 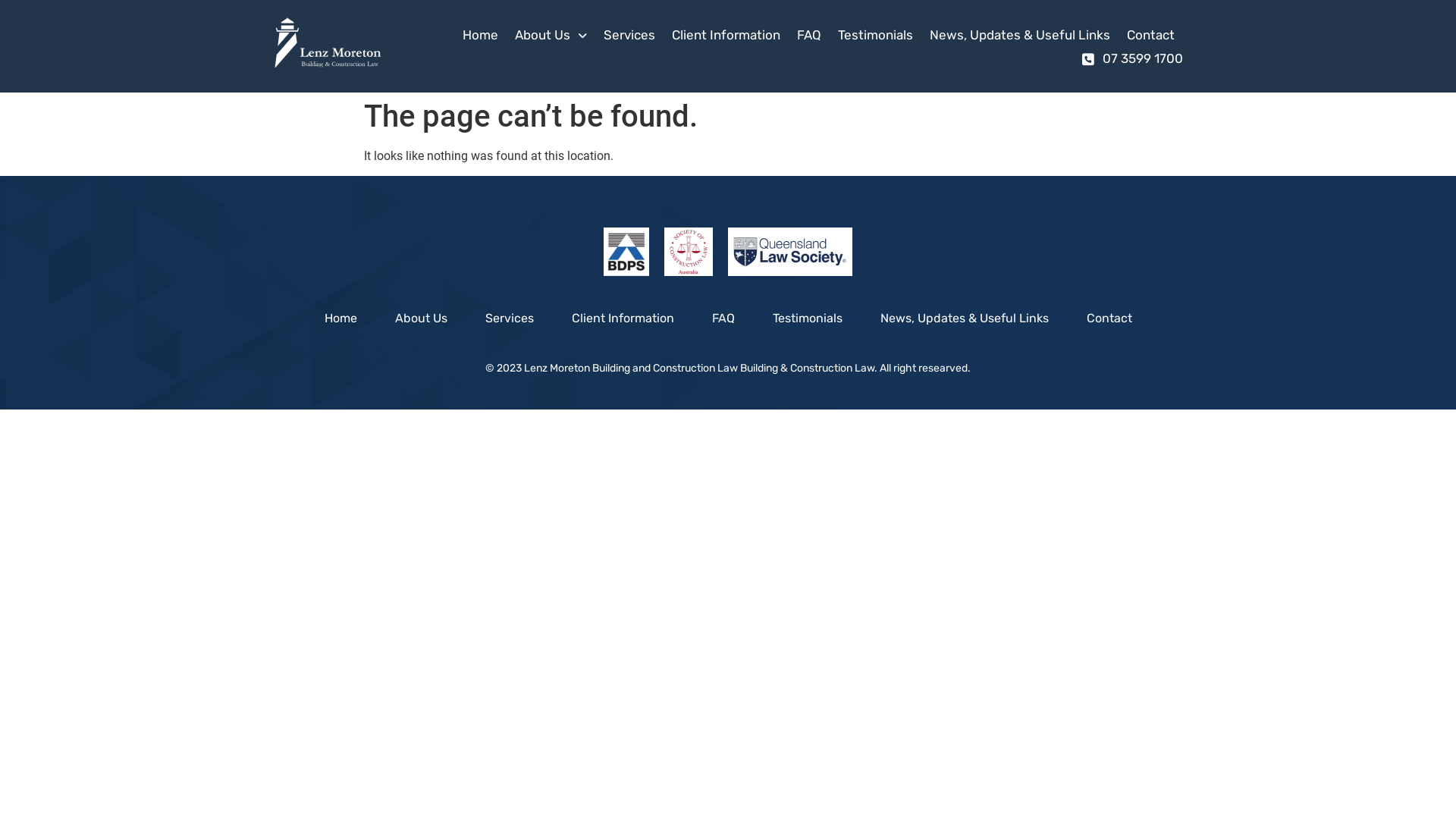 I want to click on 'FAQ', so click(x=723, y=318).